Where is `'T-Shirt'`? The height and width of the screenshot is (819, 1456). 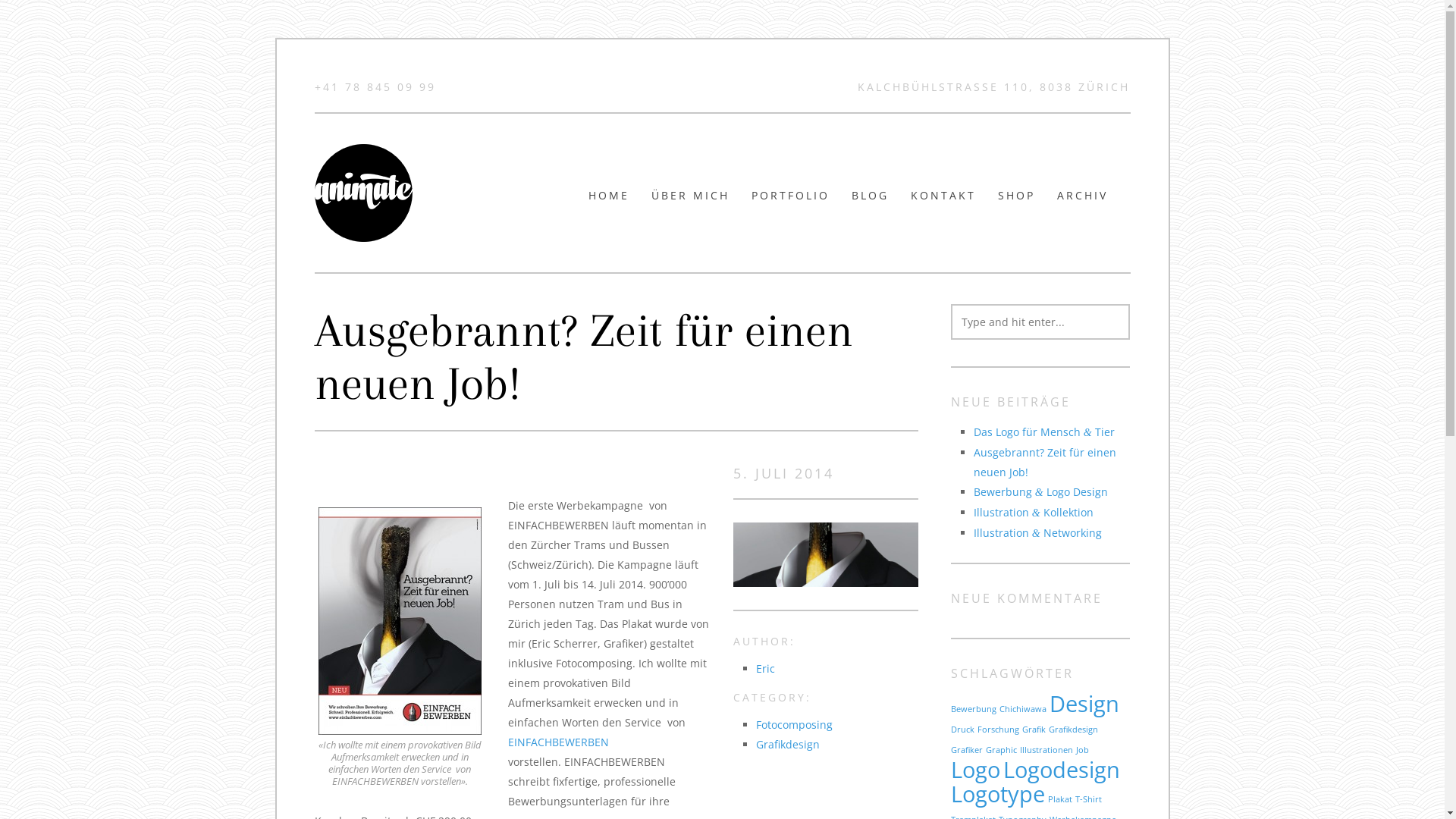
'T-Shirt' is located at coordinates (1087, 798).